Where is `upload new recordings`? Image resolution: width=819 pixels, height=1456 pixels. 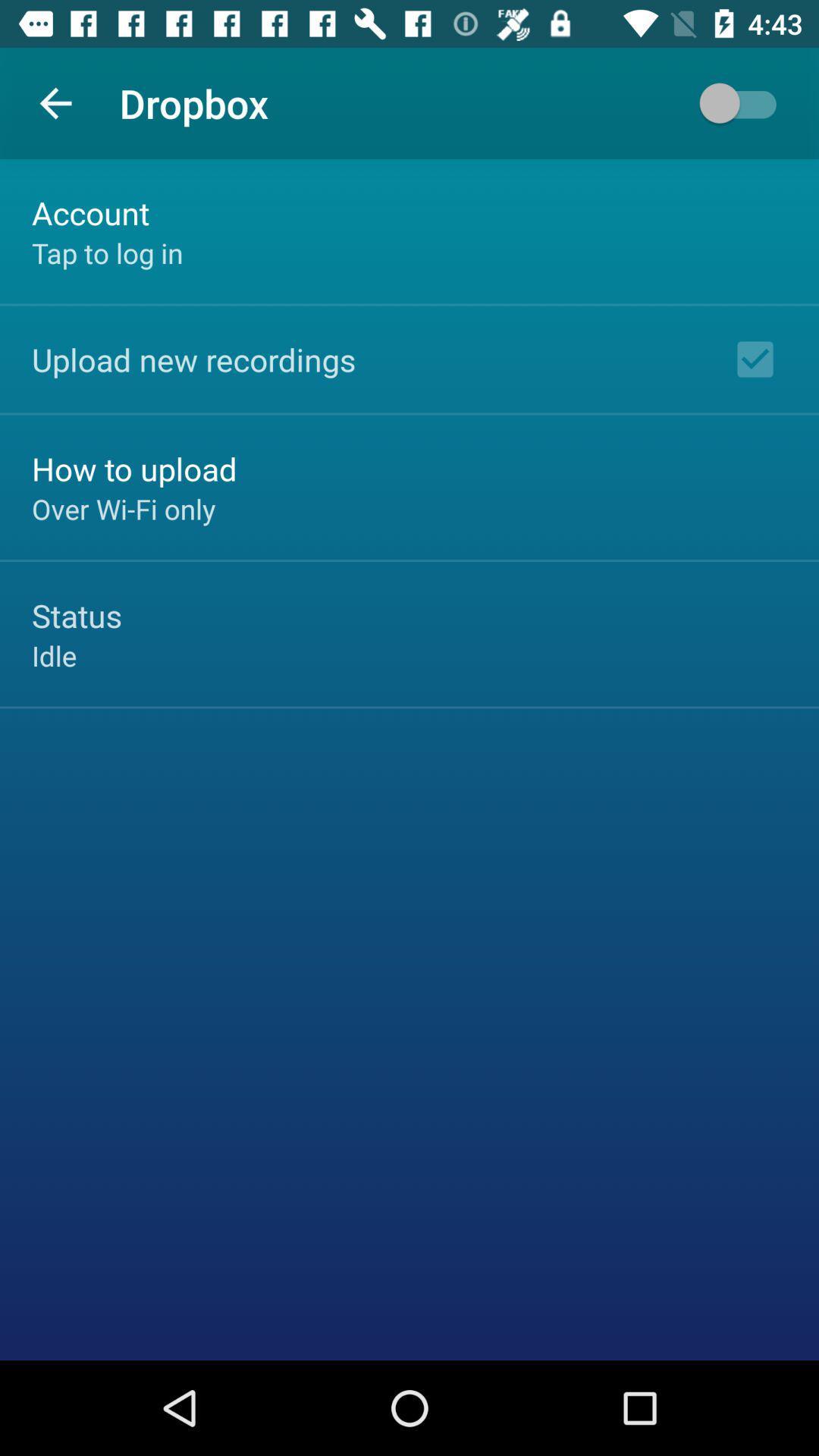 upload new recordings is located at coordinates (193, 359).